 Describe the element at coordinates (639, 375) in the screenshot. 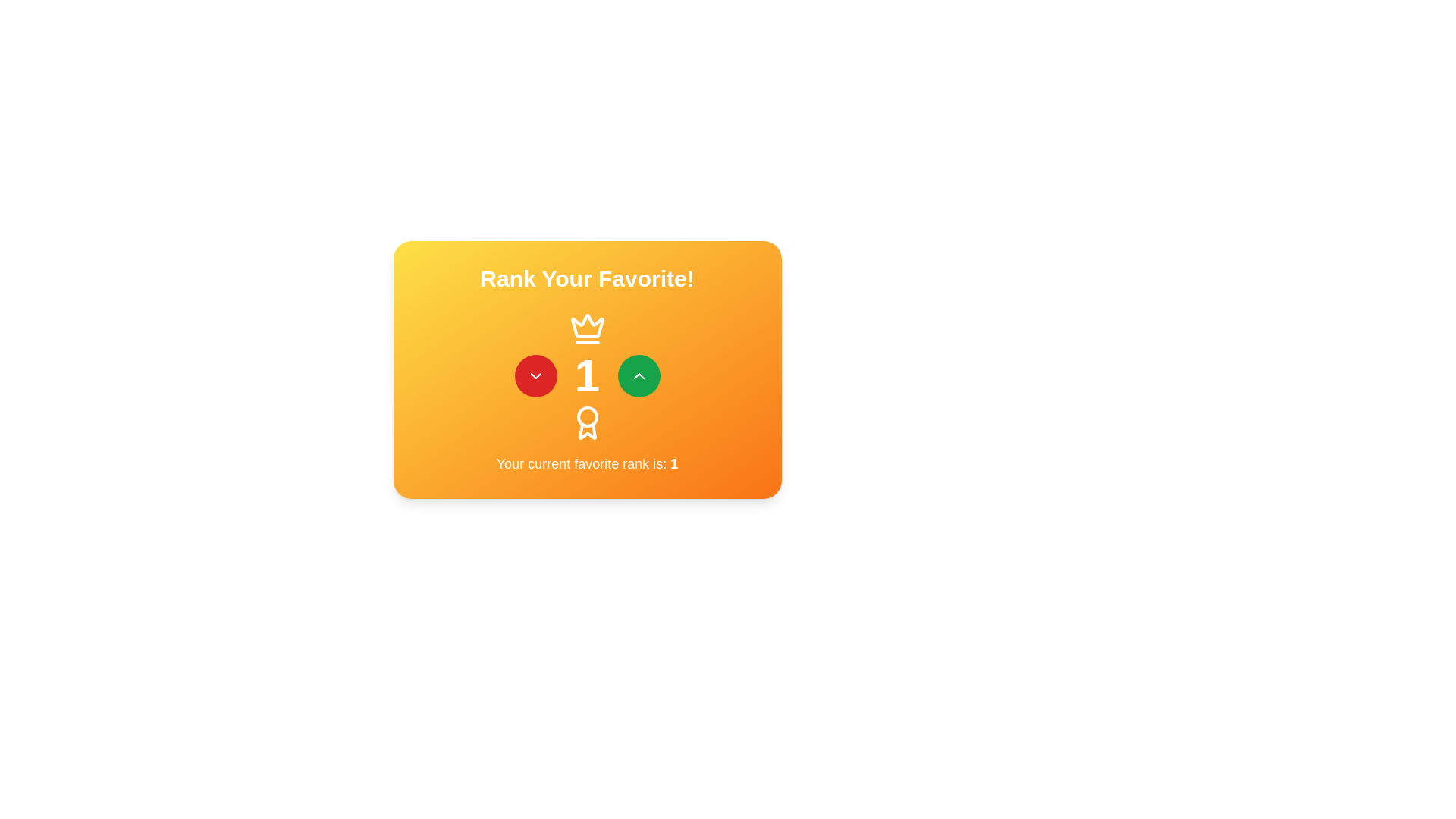

I see `the small triangular 'chevron-up' icon displayed in white color, positioned inside a green circular background, located towards the bottom-right area of the main card` at that location.